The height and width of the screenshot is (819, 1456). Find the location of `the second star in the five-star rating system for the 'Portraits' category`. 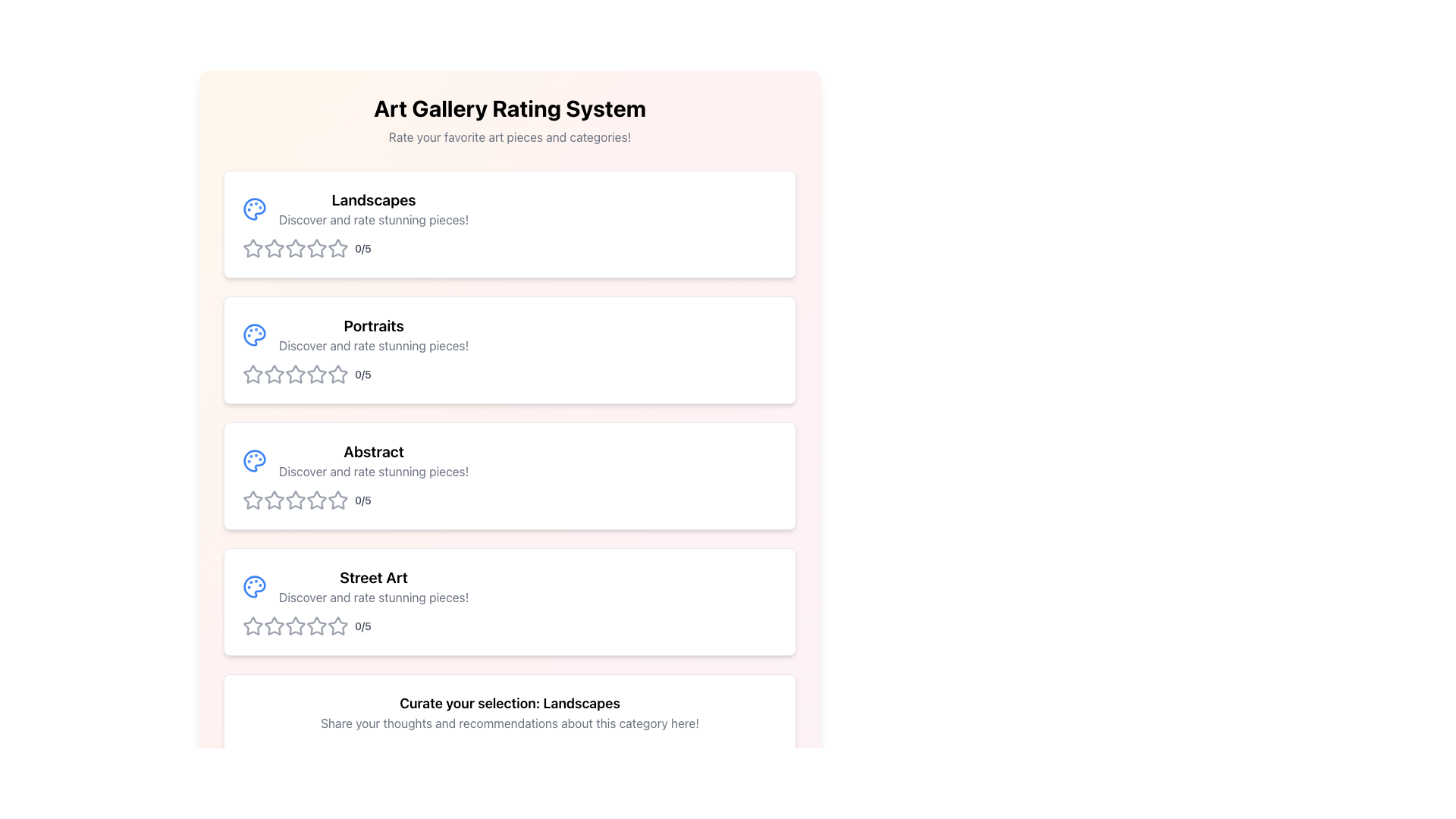

the second star in the five-star rating system for the 'Portraits' category is located at coordinates (295, 374).